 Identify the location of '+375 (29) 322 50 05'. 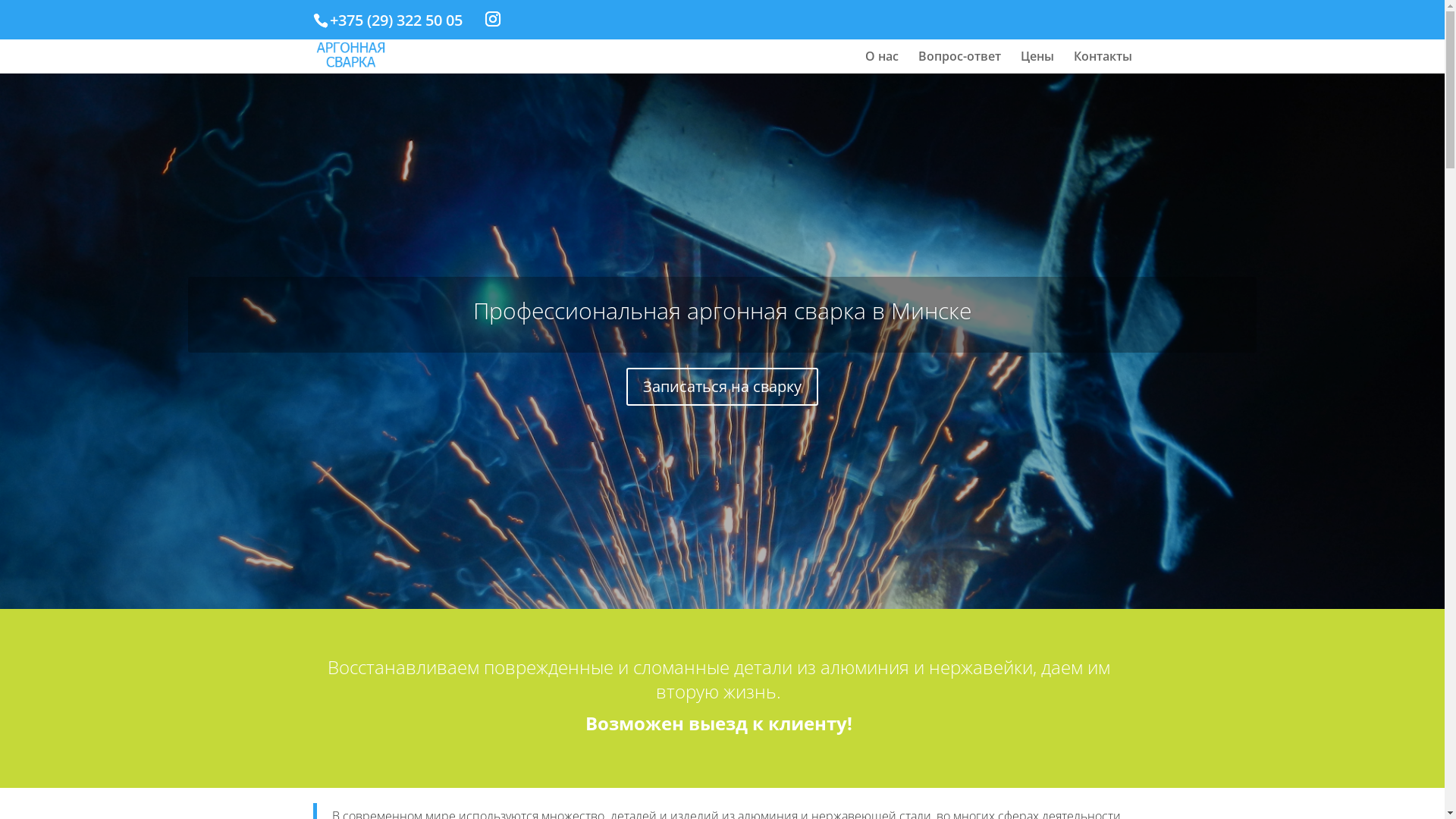
(395, 20).